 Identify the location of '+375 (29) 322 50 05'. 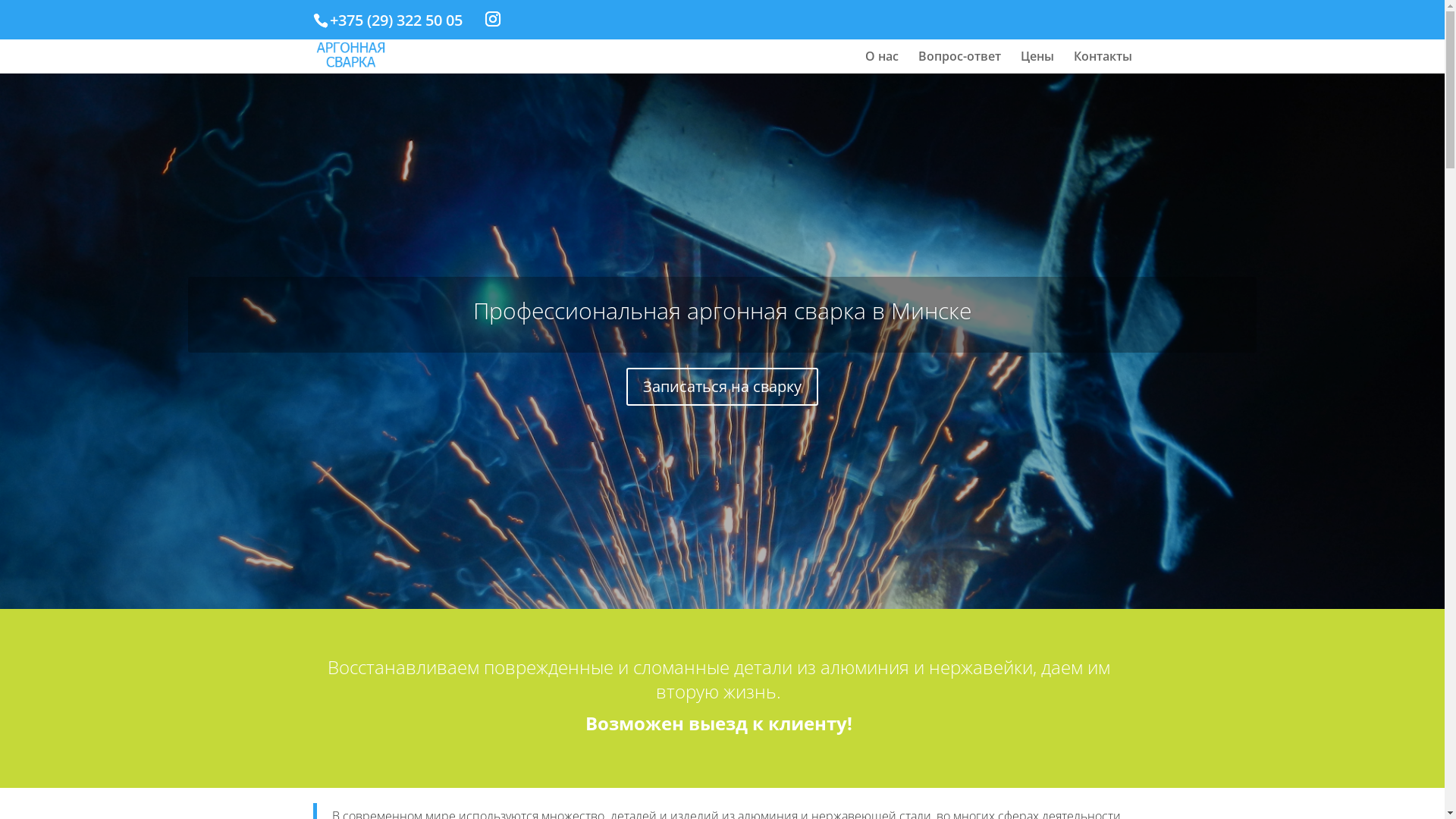
(395, 20).